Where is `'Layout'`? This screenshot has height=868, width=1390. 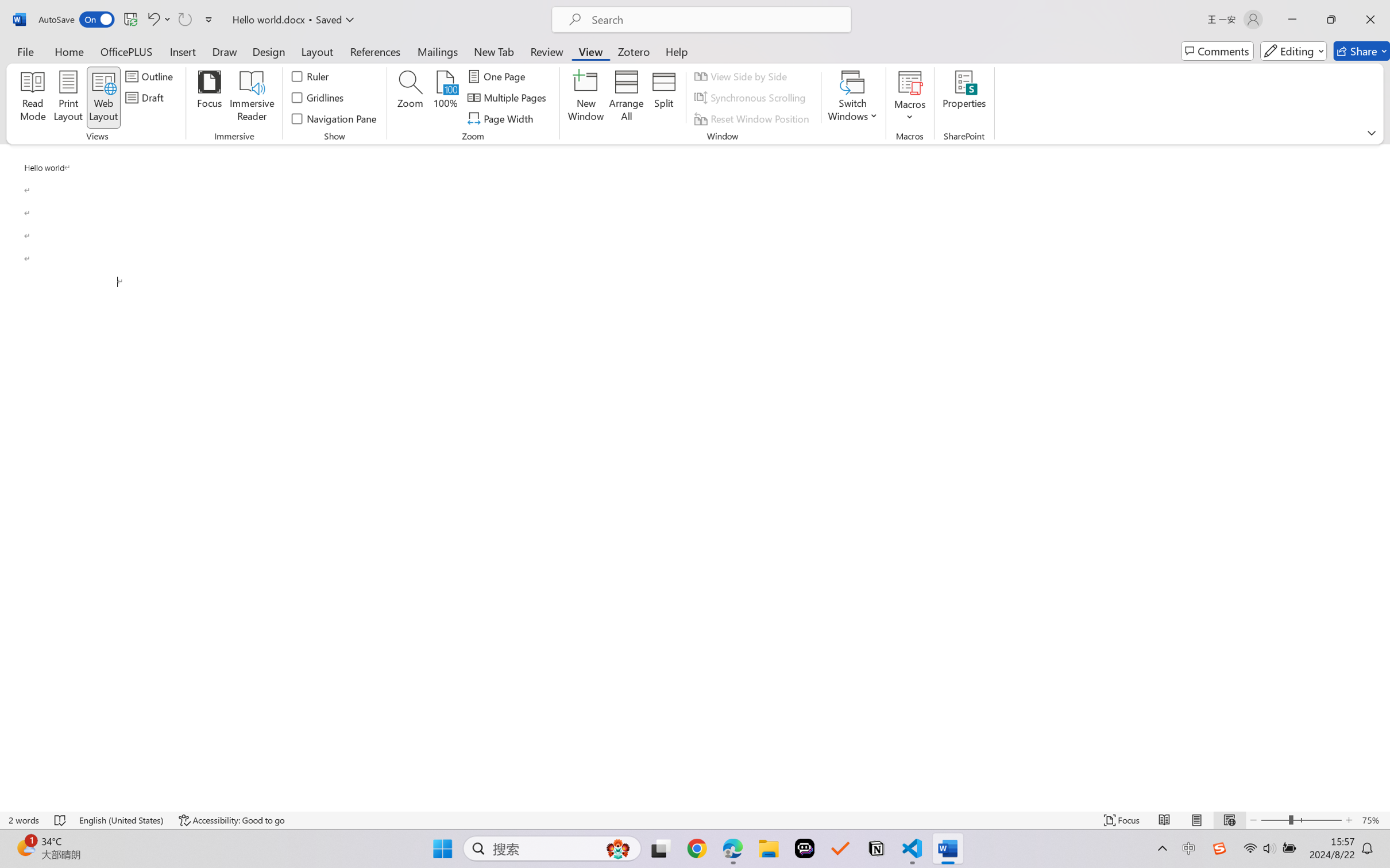
'Layout' is located at coordinates (316, 51).